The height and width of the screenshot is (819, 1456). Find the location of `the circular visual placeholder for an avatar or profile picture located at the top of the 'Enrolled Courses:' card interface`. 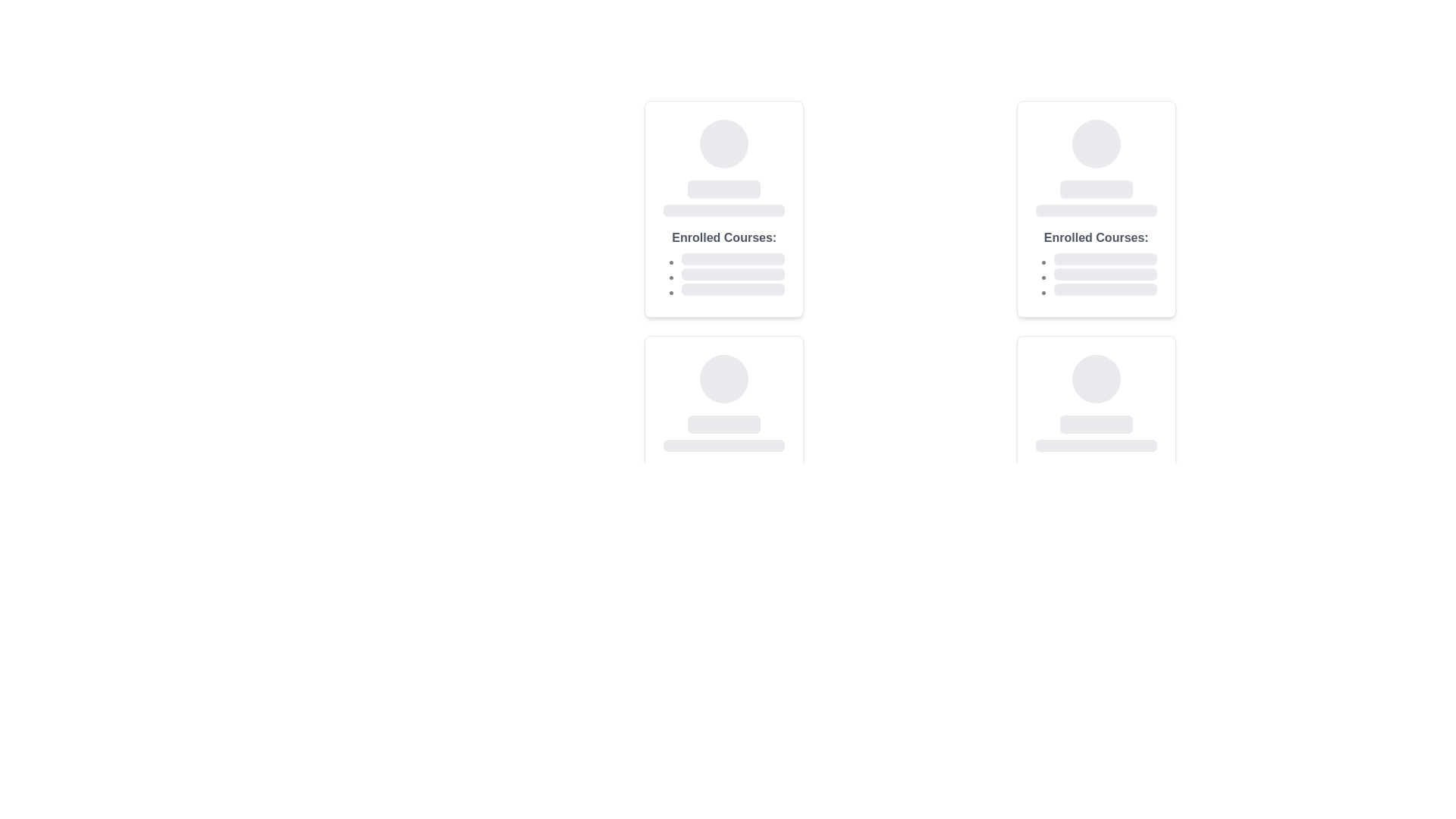

the circular visual placeholder for an avatar or profile picture located at the top of the 'Enrolled Courses:' card interface is located at coordinates (1096, 143).